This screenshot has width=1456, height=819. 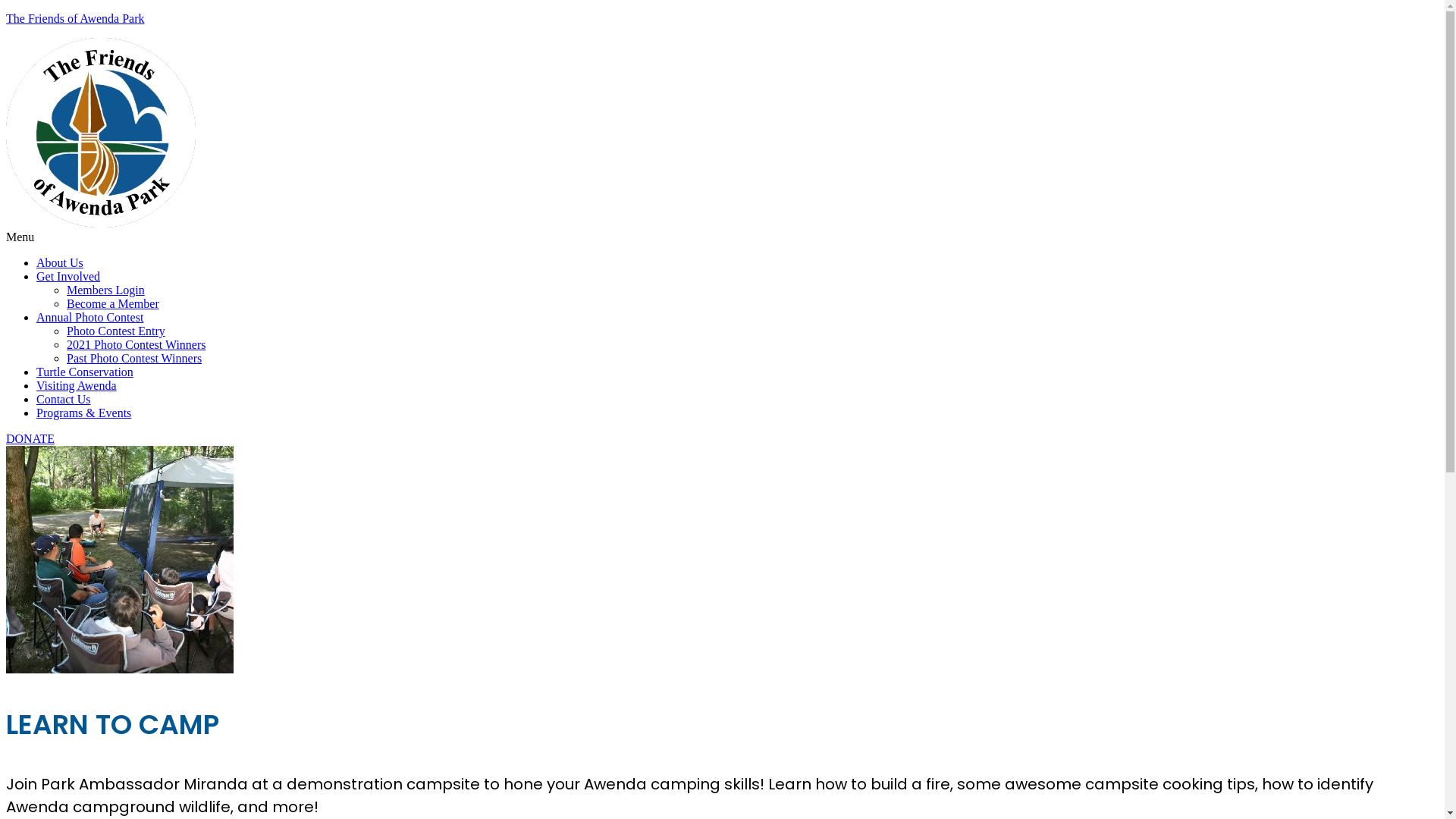 What do you see at coordinates (89, 316) in the screenshot?
I see `'Annual Photo Contest'` at bounding box center [89, 316].